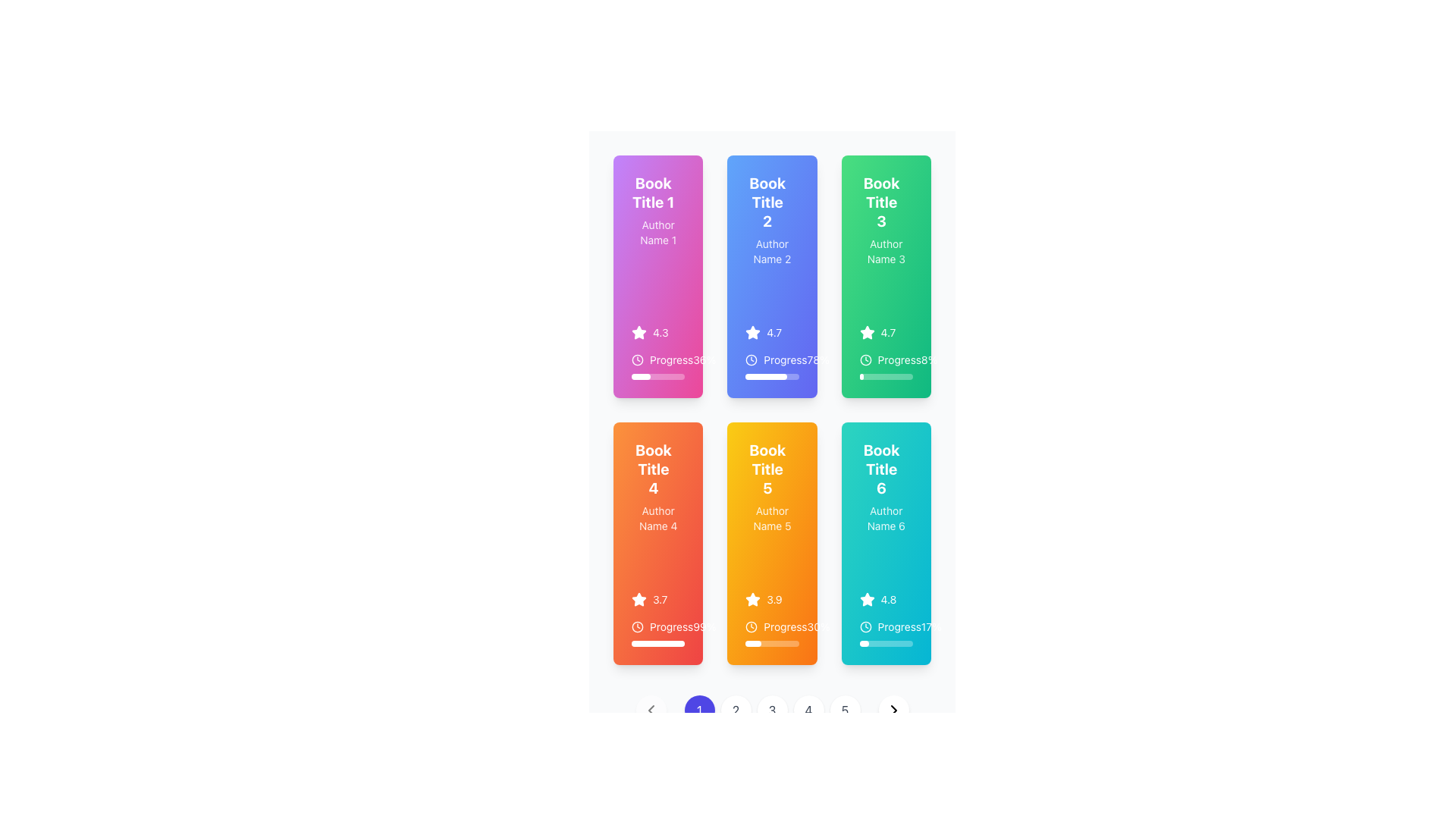 This screenshot has height=819, width=1456. What do you see at coordinates (865, 626) in the screenshot?
I see `the clock icon located within the 'Progress' text group under the 'Book Title 6' card in the lower right corner of the grid layout` at bounding box center [865, 626].